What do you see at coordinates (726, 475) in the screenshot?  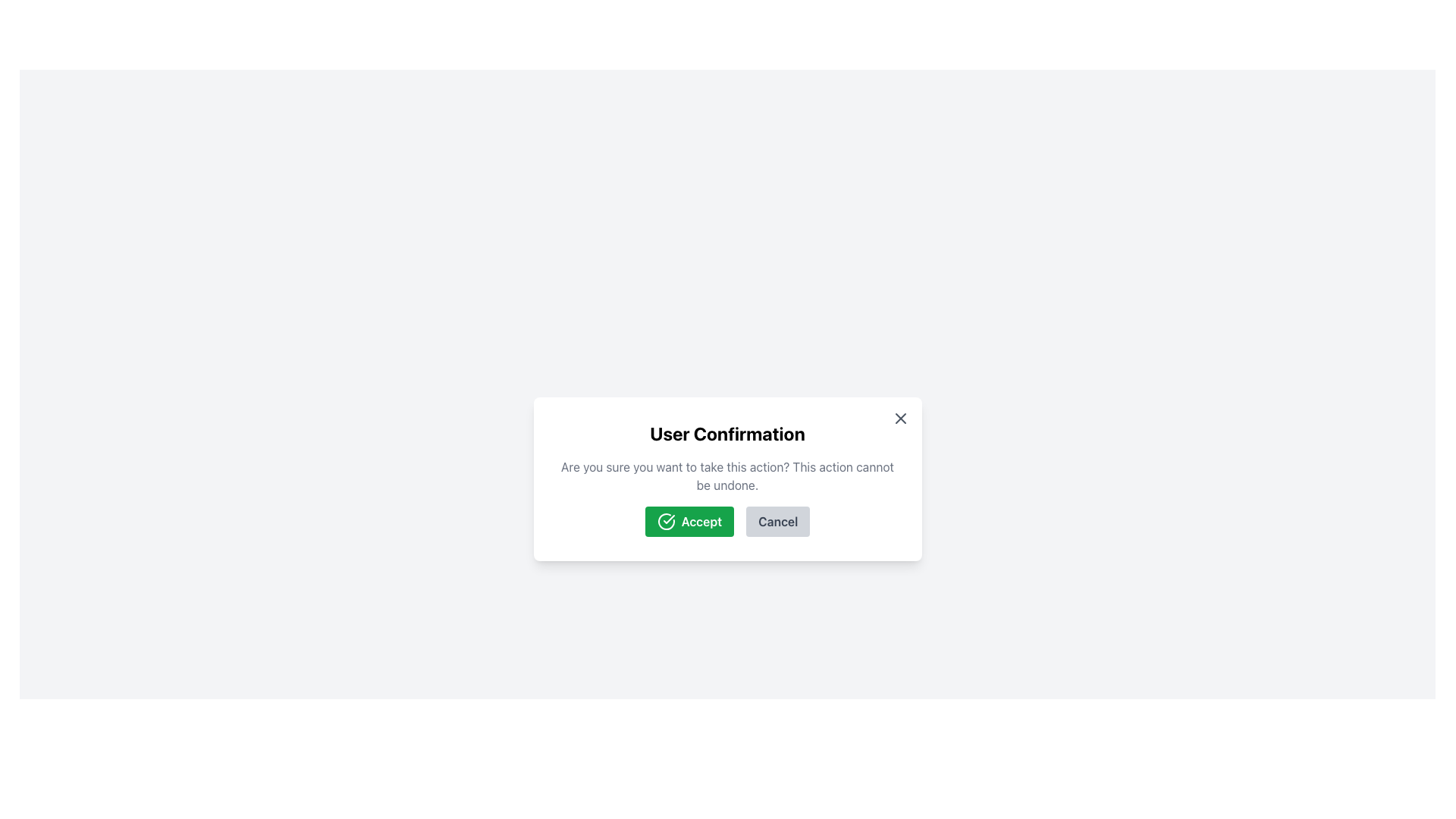 I see `warning message displayed in the text block within the modal dialog box below the title 'User Confirmation'` at bounding box center [726, 475].